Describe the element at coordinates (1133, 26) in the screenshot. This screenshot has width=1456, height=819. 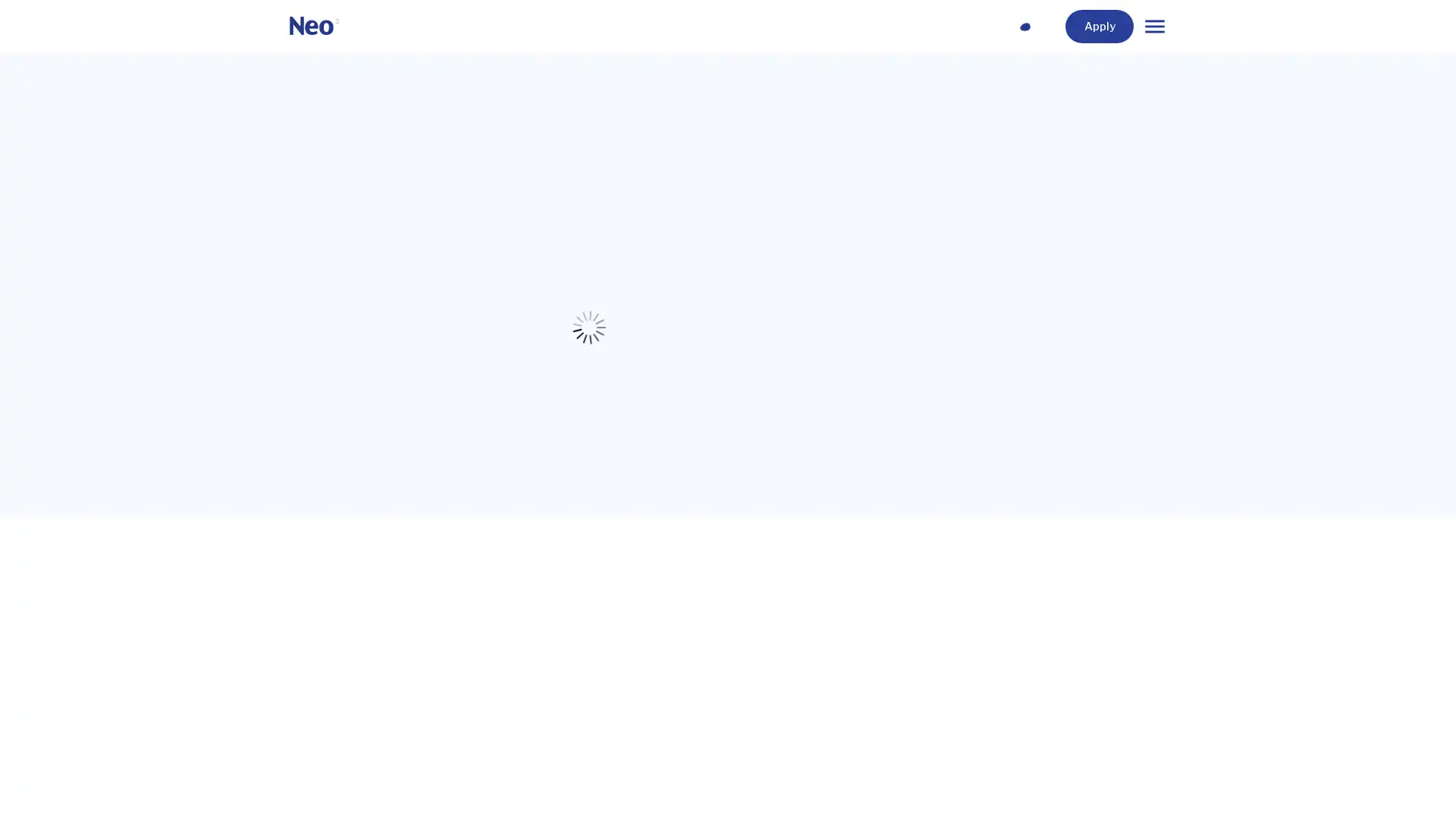
I see `Apply` at that location.